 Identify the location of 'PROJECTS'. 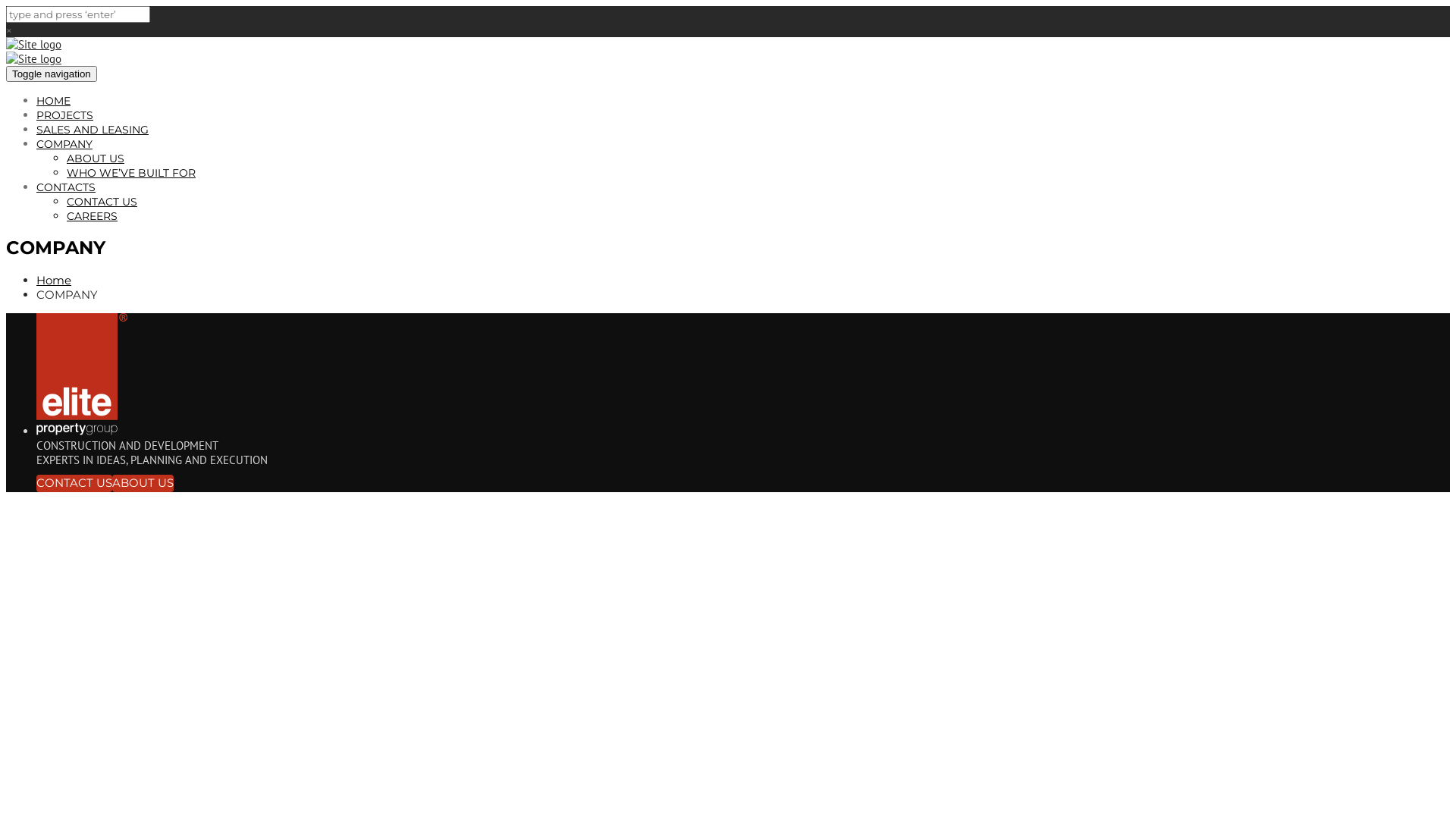
(64, 114).